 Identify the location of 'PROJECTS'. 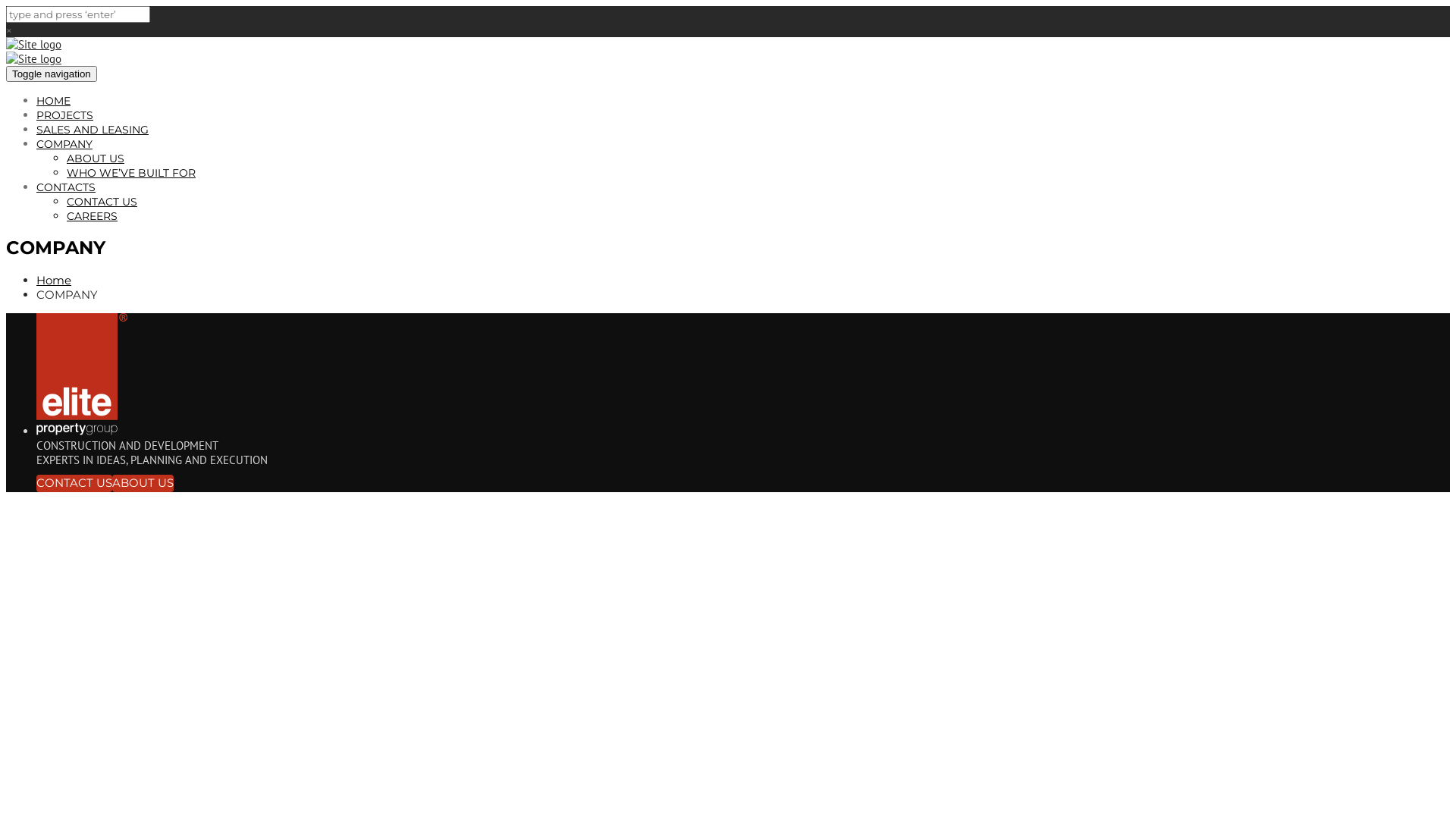
(64, 114).